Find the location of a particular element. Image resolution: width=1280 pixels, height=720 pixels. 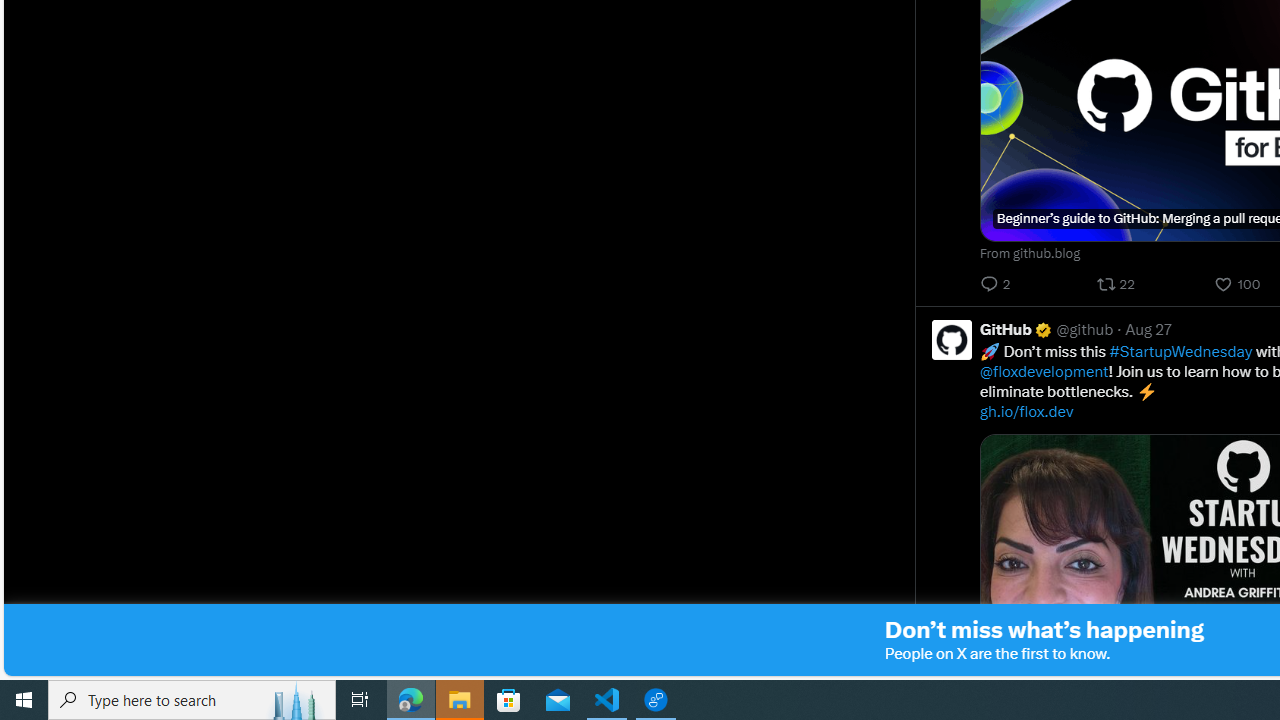

'22 reposts. Repost' is located at coordinates (1117, 284).